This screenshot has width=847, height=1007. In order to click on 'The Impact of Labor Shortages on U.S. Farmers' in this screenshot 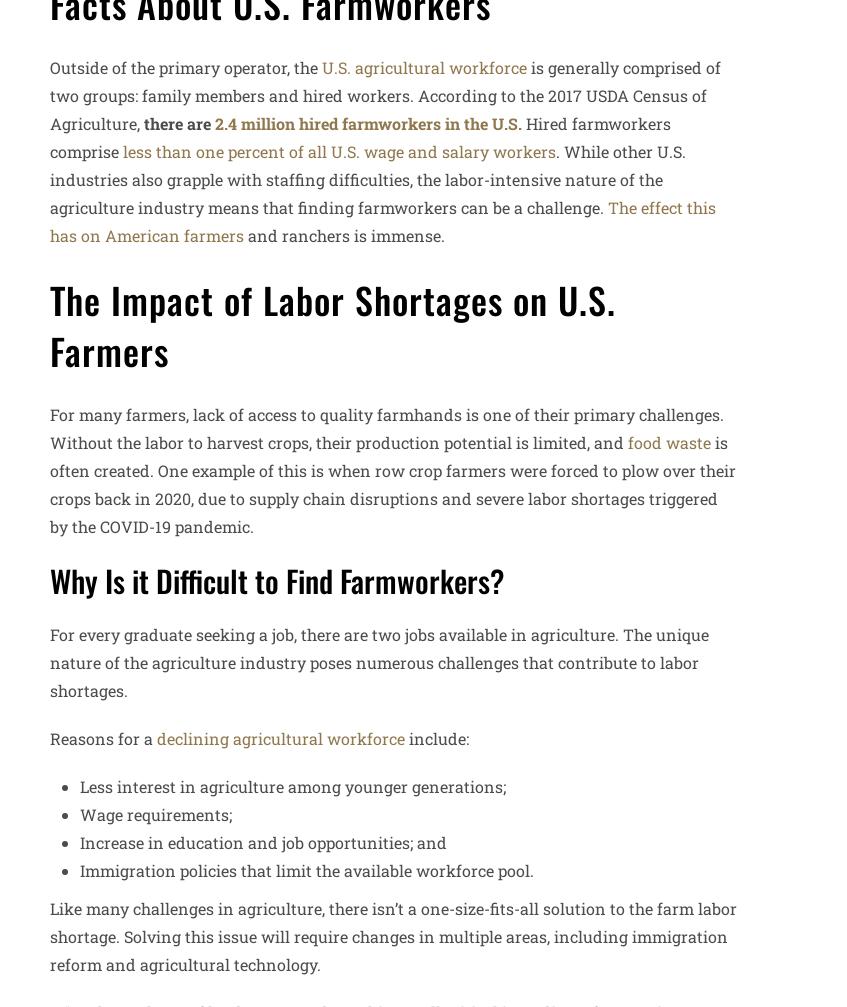, I will do `click(48, 324)`.